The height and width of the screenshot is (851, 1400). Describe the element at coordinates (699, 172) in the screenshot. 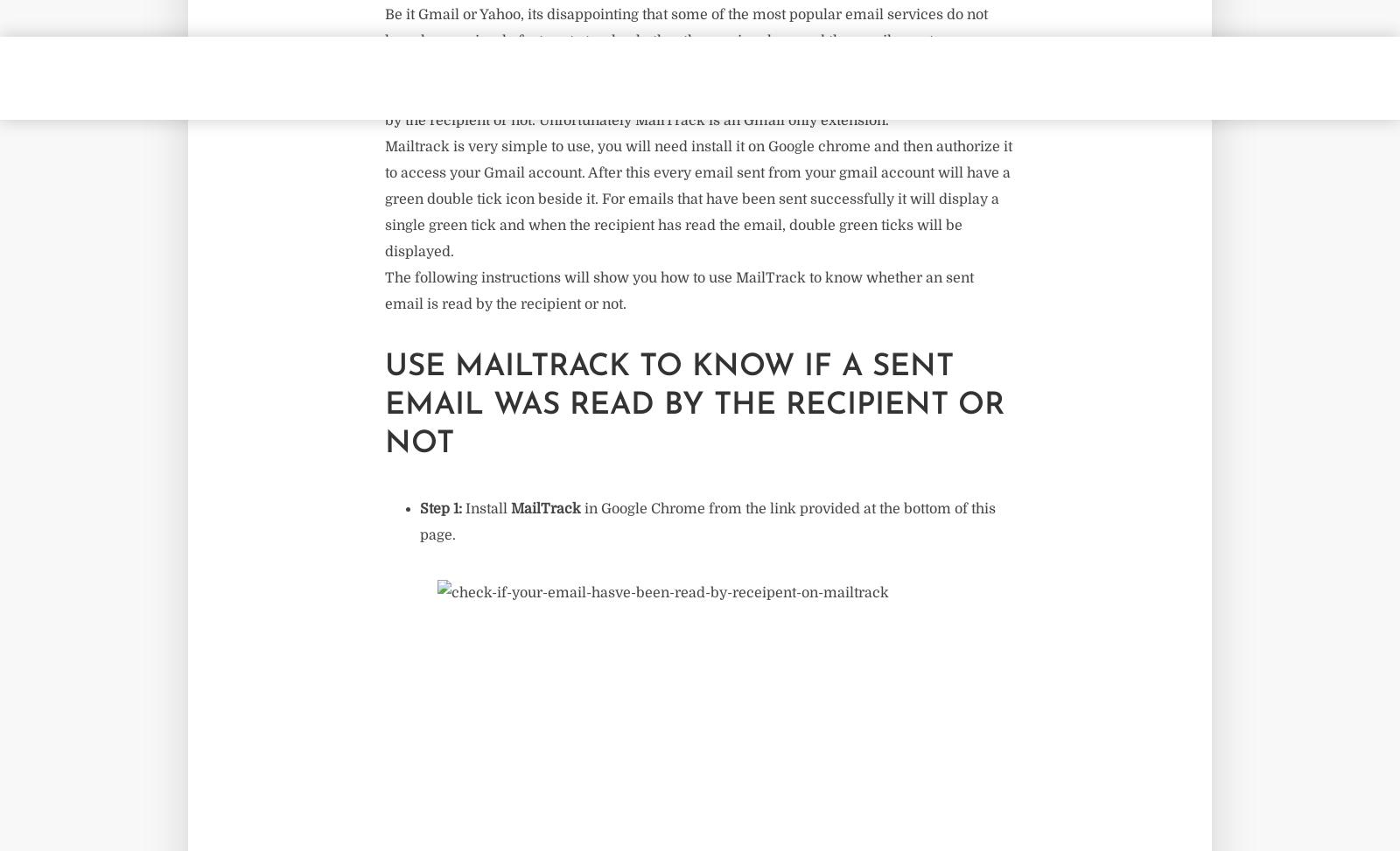

I see `'To Top'` at that location.